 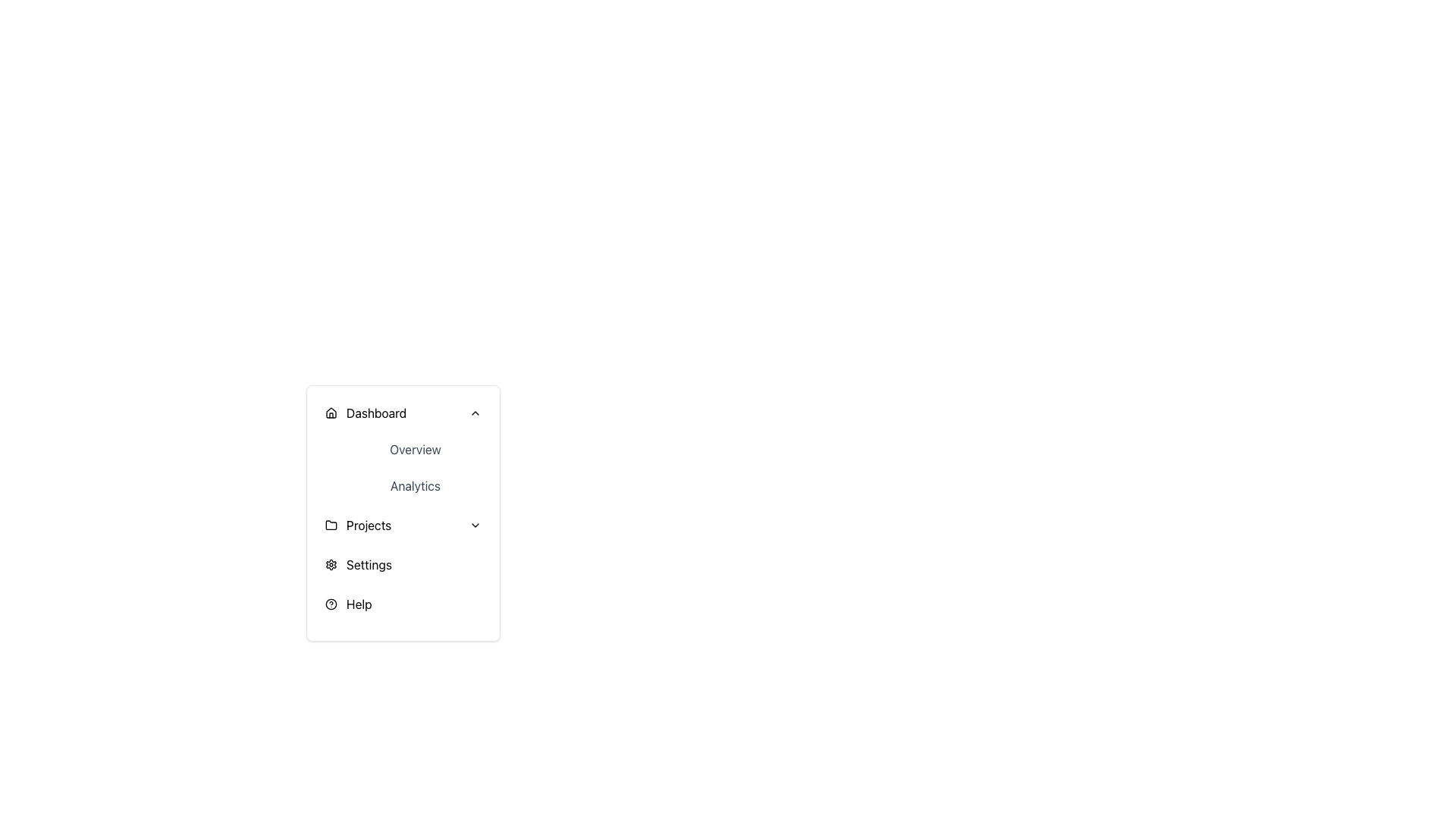 I want to click on the circular graphical help icon located in the bottom-most section of the menu, adjacent to the 'Help' text label, so click(x=330, y=604).